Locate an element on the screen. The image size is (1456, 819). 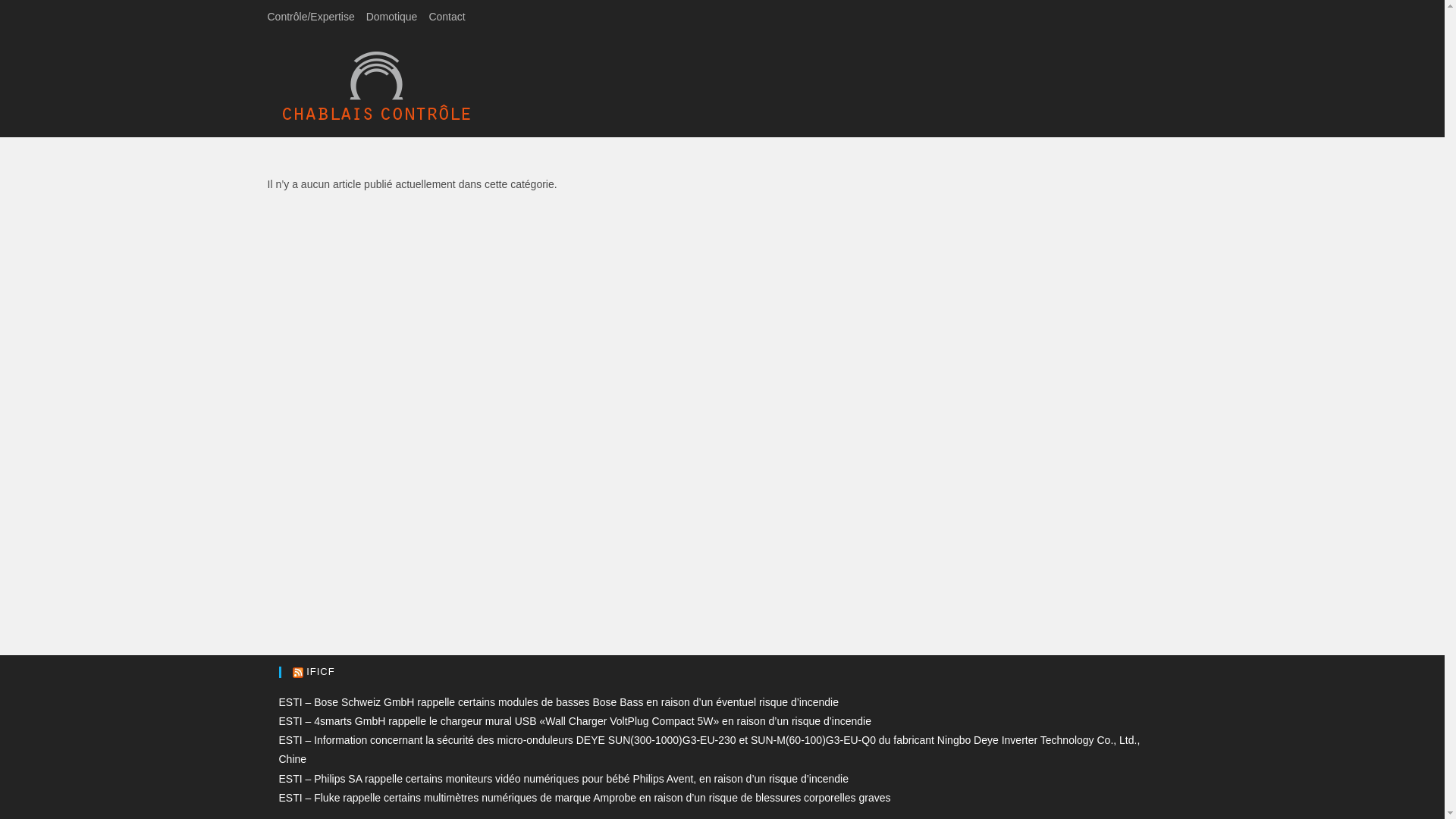
'Contact' is located at coordinates (446, 17).